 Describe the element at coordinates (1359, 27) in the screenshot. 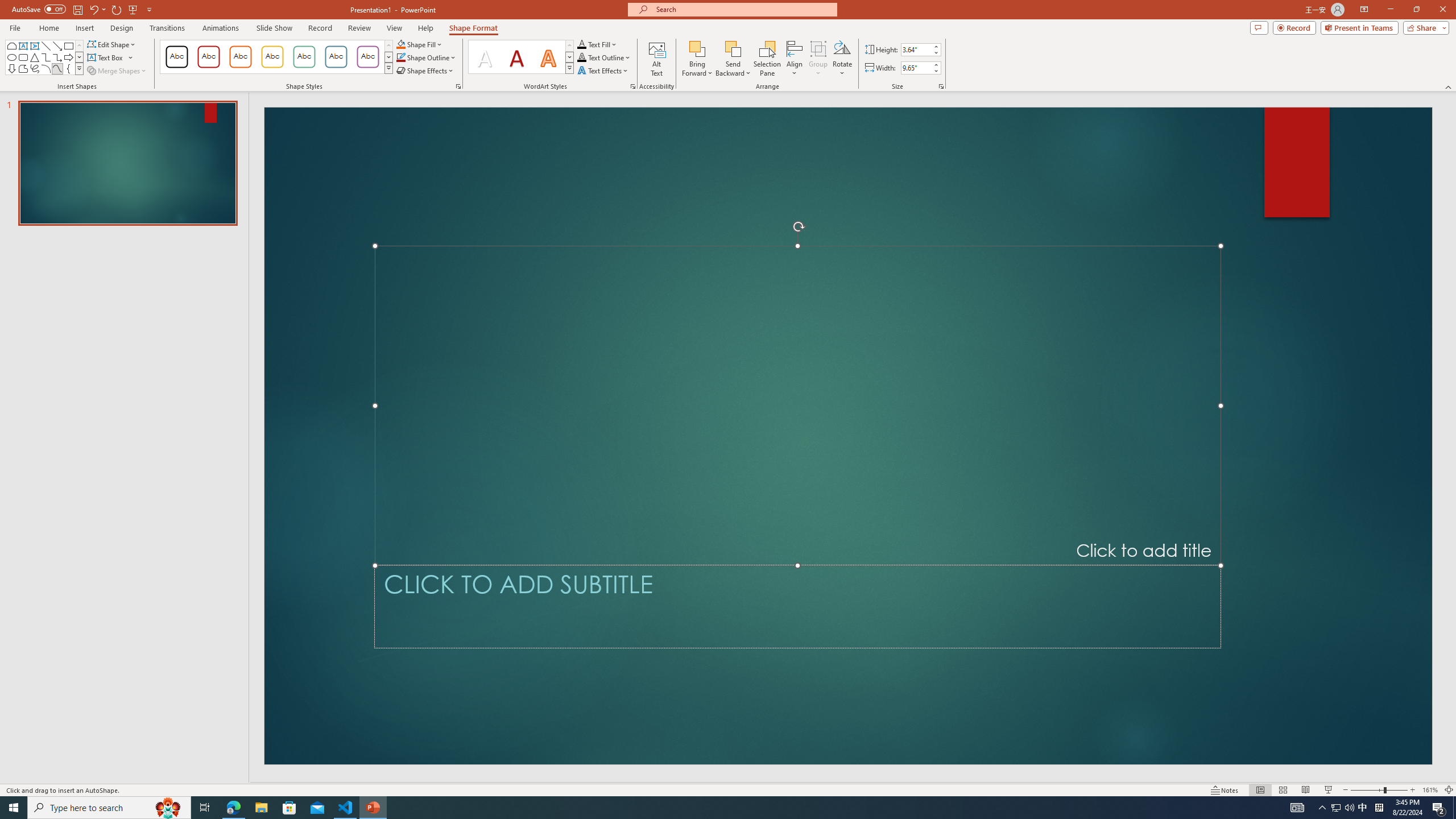

I see `'Present in Teams'` at that location.